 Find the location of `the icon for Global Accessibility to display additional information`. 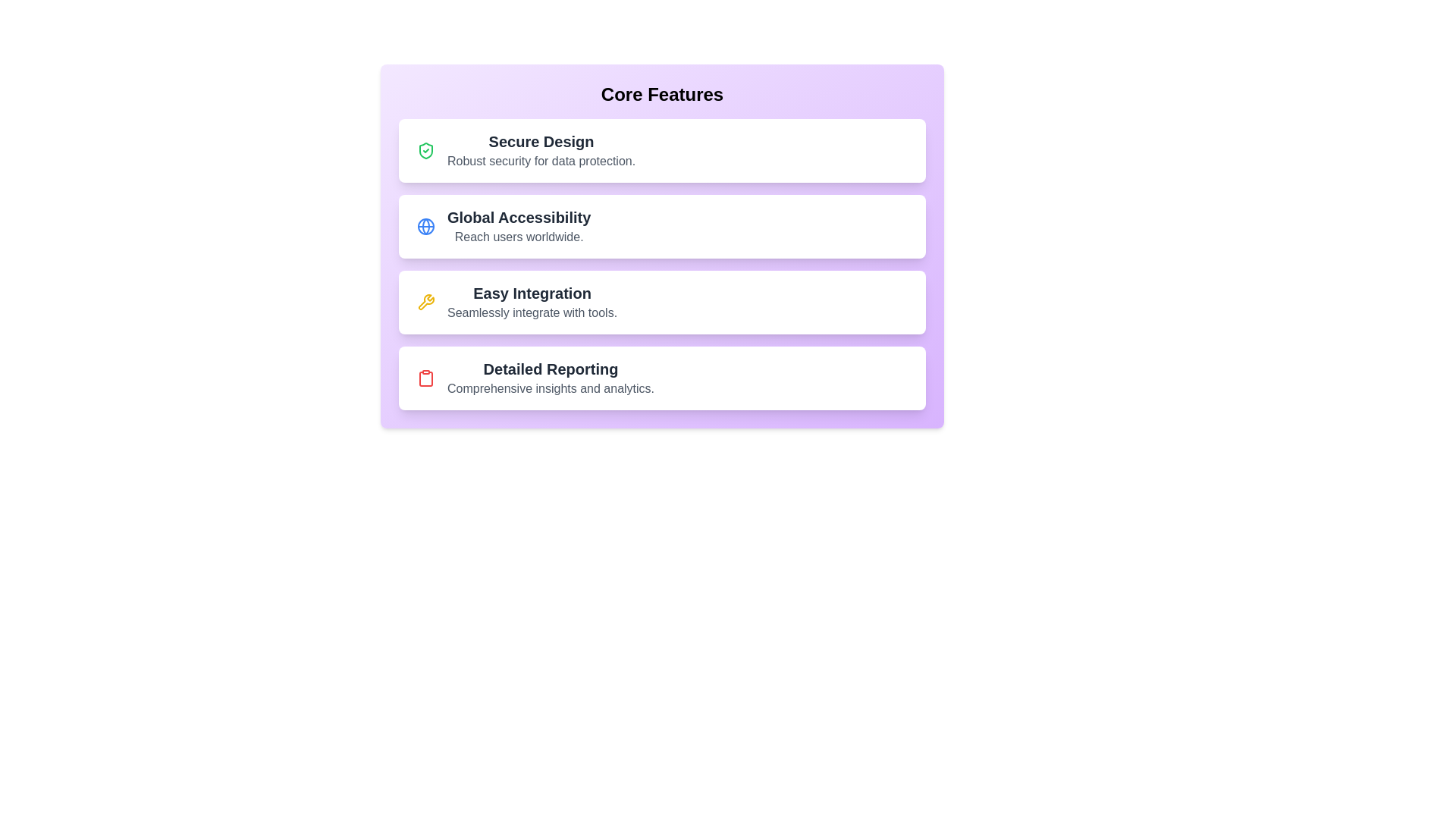

the icon for Global Accessibility to display additional information is located at coordinates (425, 227).